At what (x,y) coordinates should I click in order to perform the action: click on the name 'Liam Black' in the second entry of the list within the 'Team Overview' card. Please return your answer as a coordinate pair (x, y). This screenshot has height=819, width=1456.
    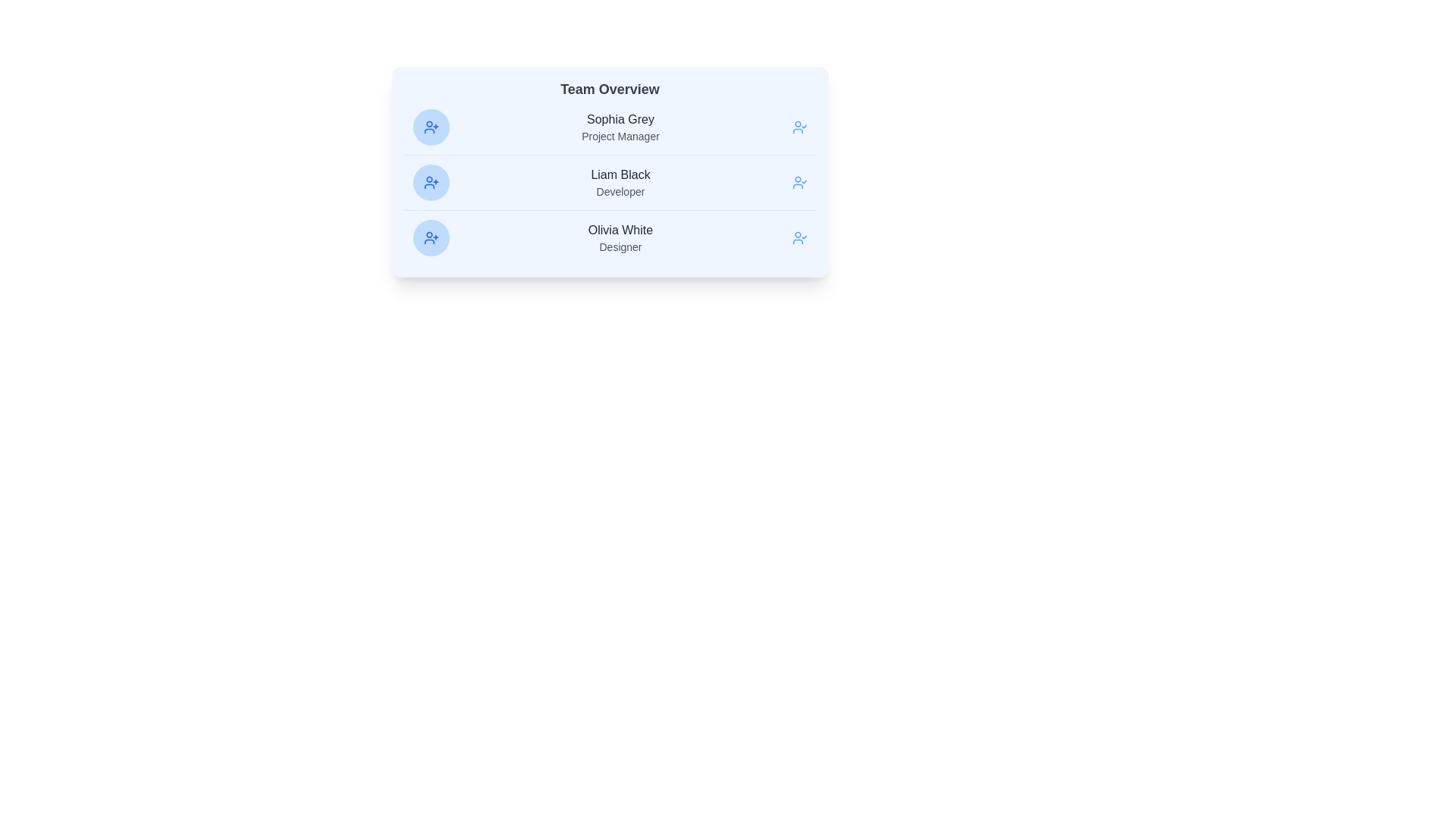
    Looking at the image, I should click on (610, 181).